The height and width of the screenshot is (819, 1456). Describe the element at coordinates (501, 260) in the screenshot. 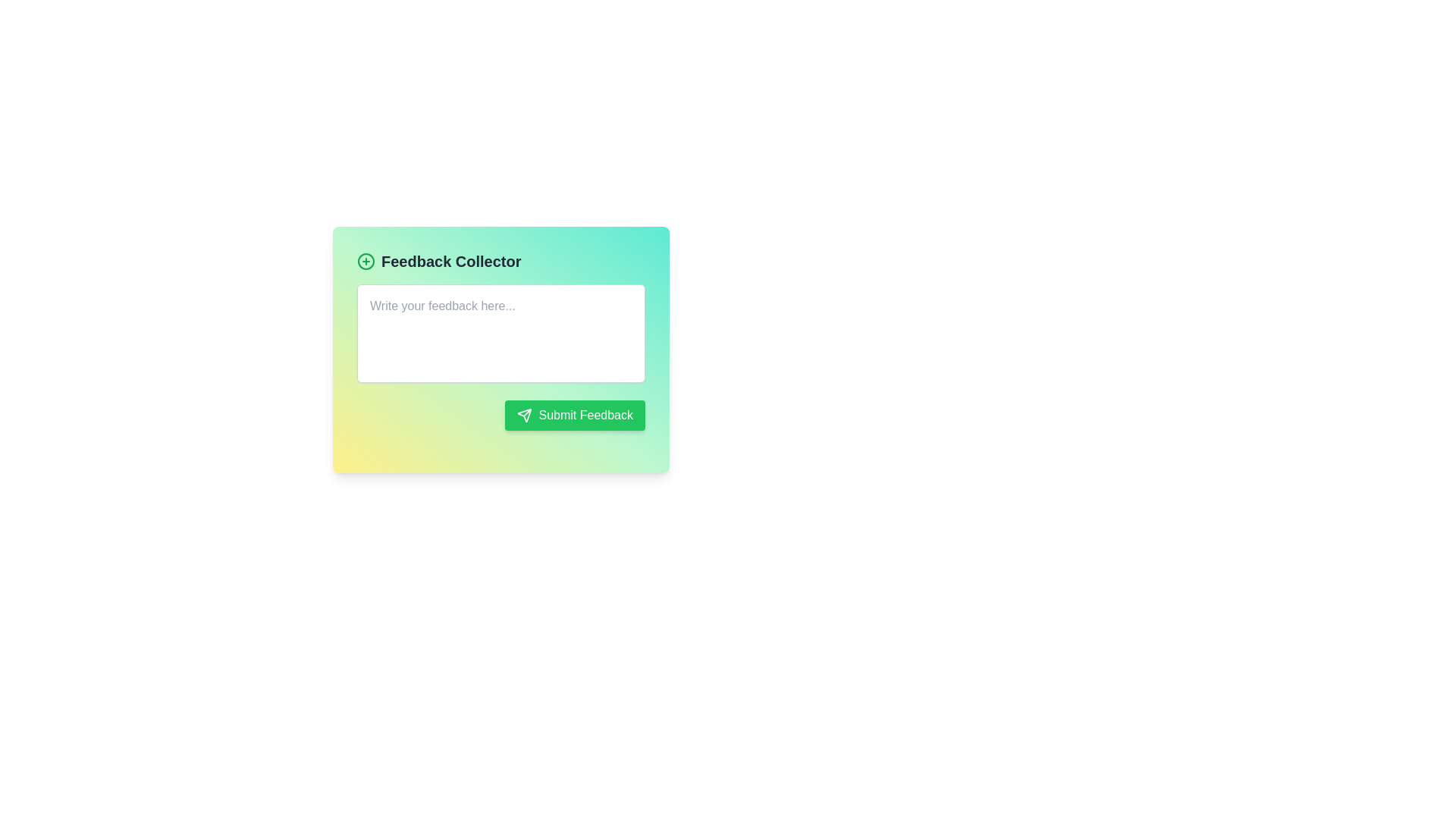

I see `text from the title or header of the feedback submission interface, which is a Text Label located at the top of the panel, aligned with a green circular plus icon to its left` at that location.